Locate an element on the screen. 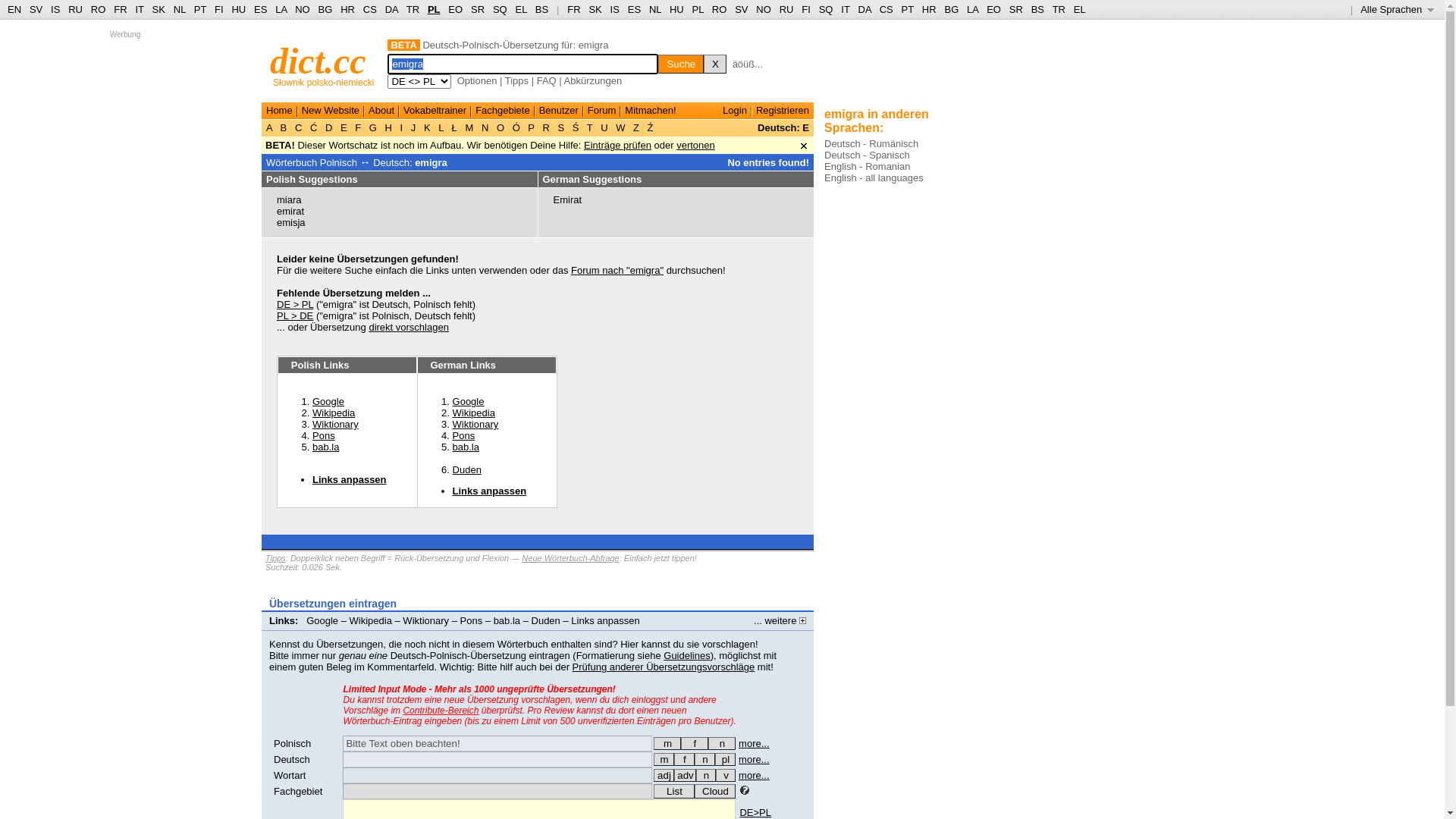 The image size is (1456, 819). 'SV' is located at coordinates (741, 9).